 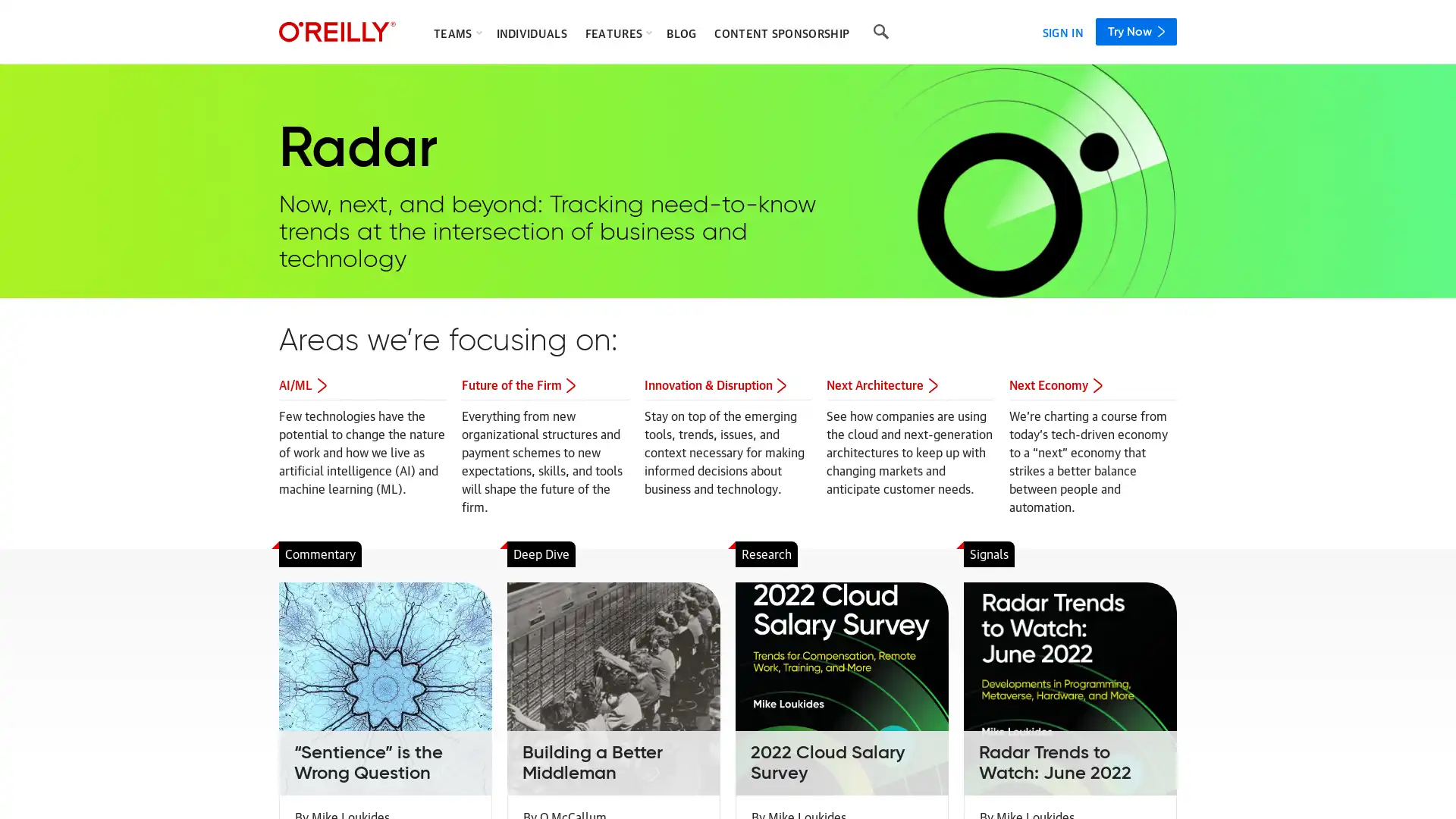 What do you see at coordinates (880, 32) in the screenshot?
I see `Search` at bounding box center [880, 32].